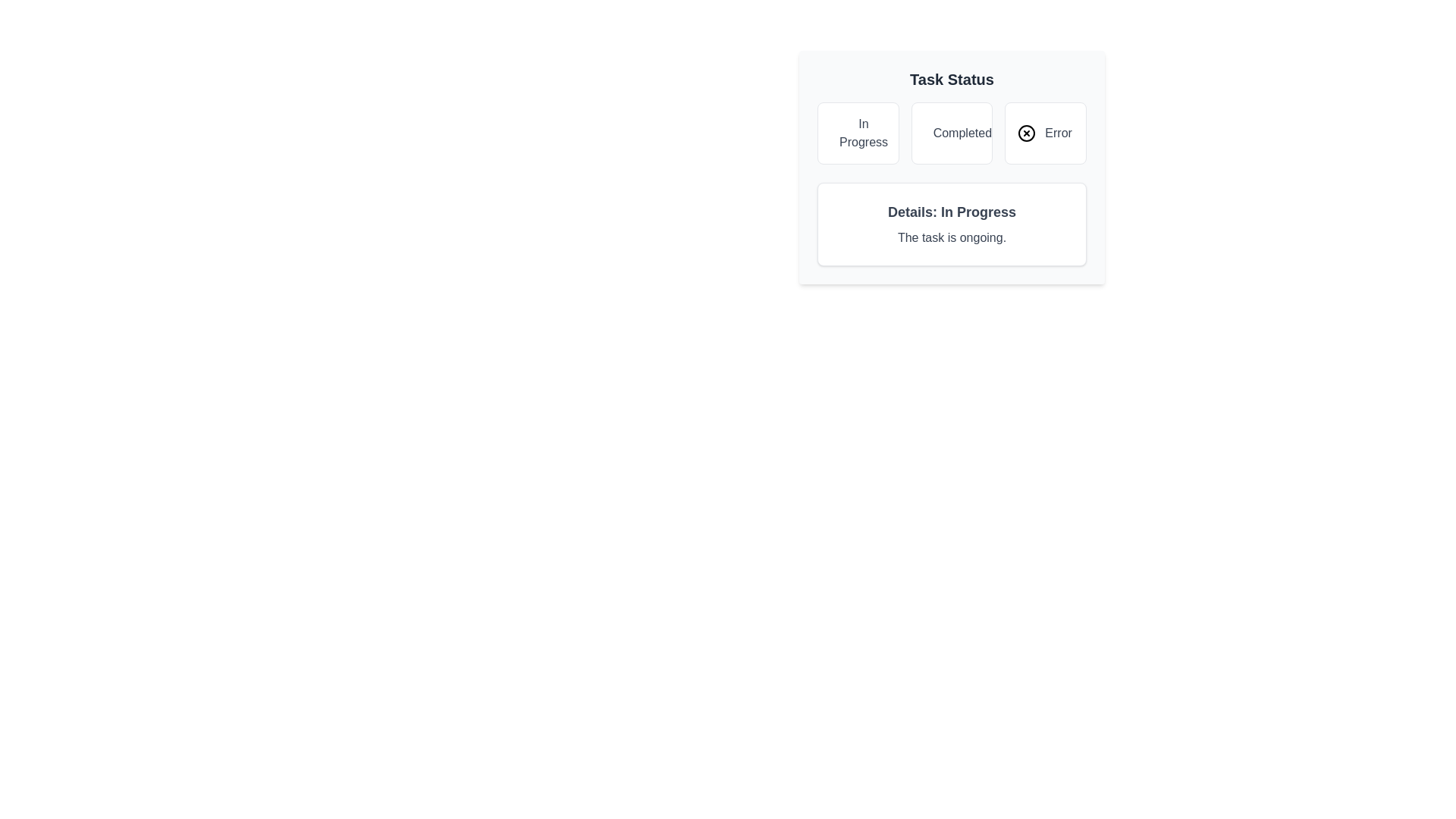 The image size is (1456, 819). What do you see at coordinates (951, 133) in the screenshot?
I see `the 'Completed' status item` at bounding box center [951, 133].